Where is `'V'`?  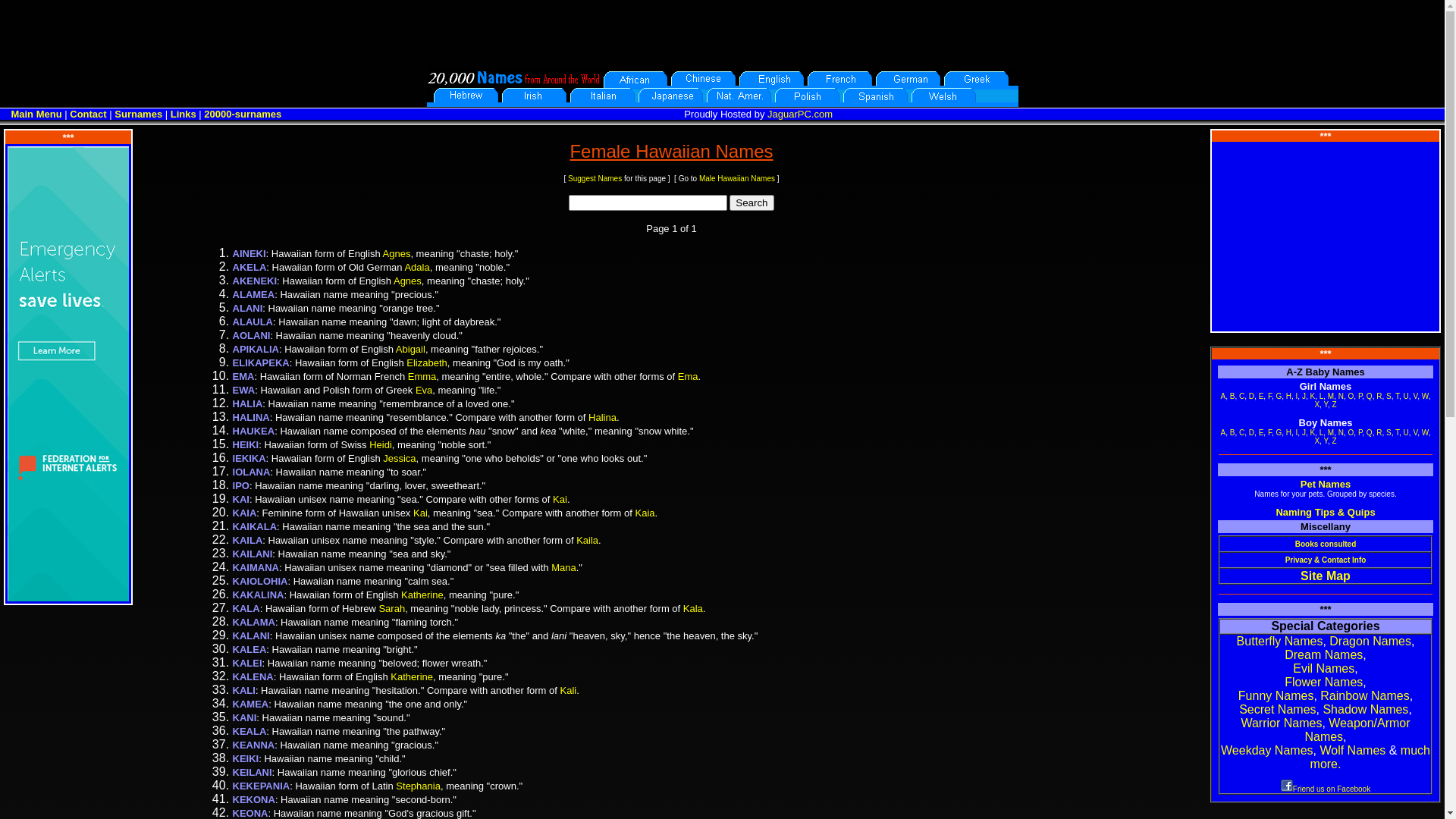 'V' is located at coordinates (1414, 395).